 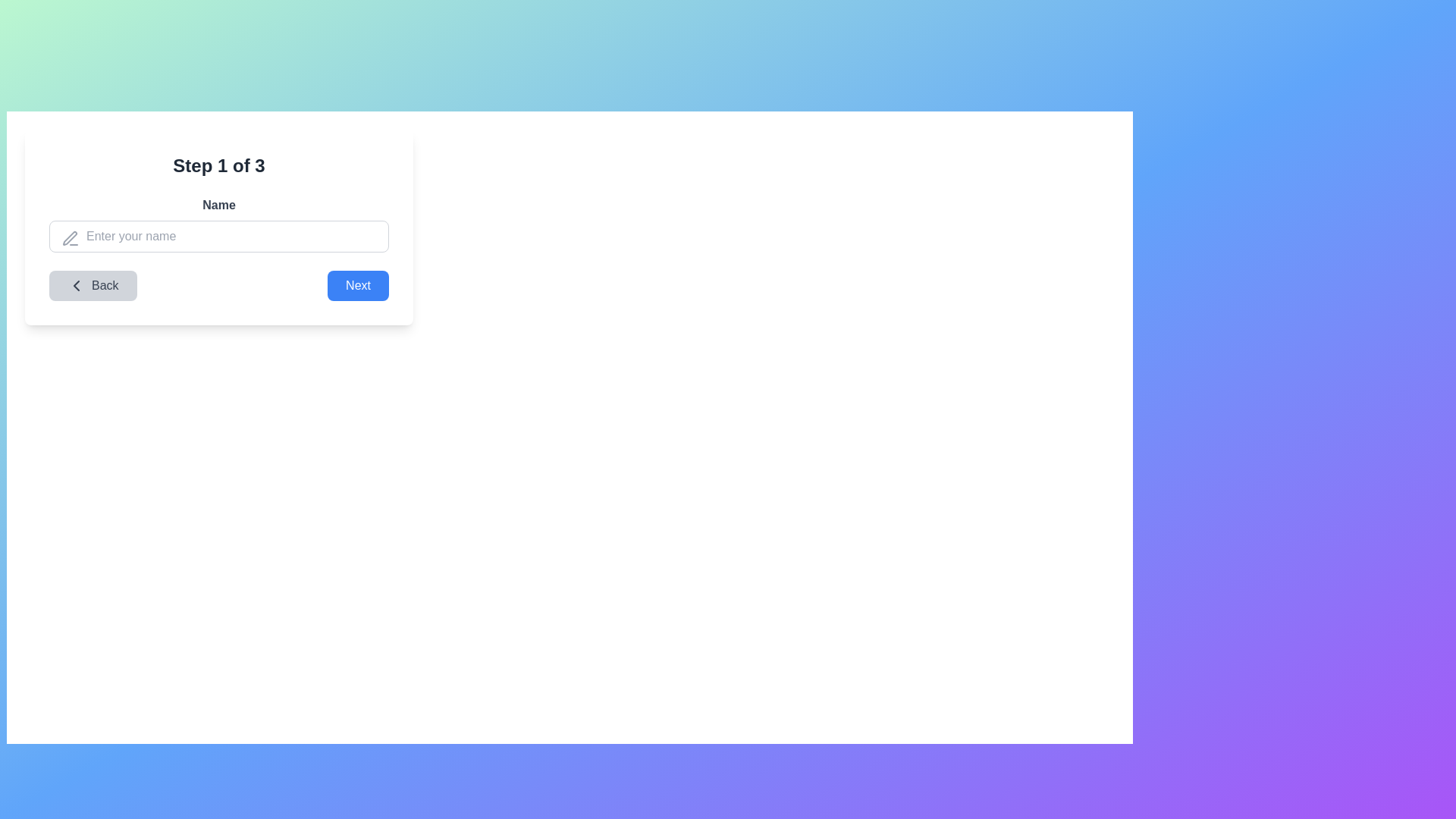 What do you see at coordinates (69, 238) in the screenshot?
I see `the editing icon located in the top-left of the 'Name' text input field, which indicates an editable area` at bounding box center [69, 238].